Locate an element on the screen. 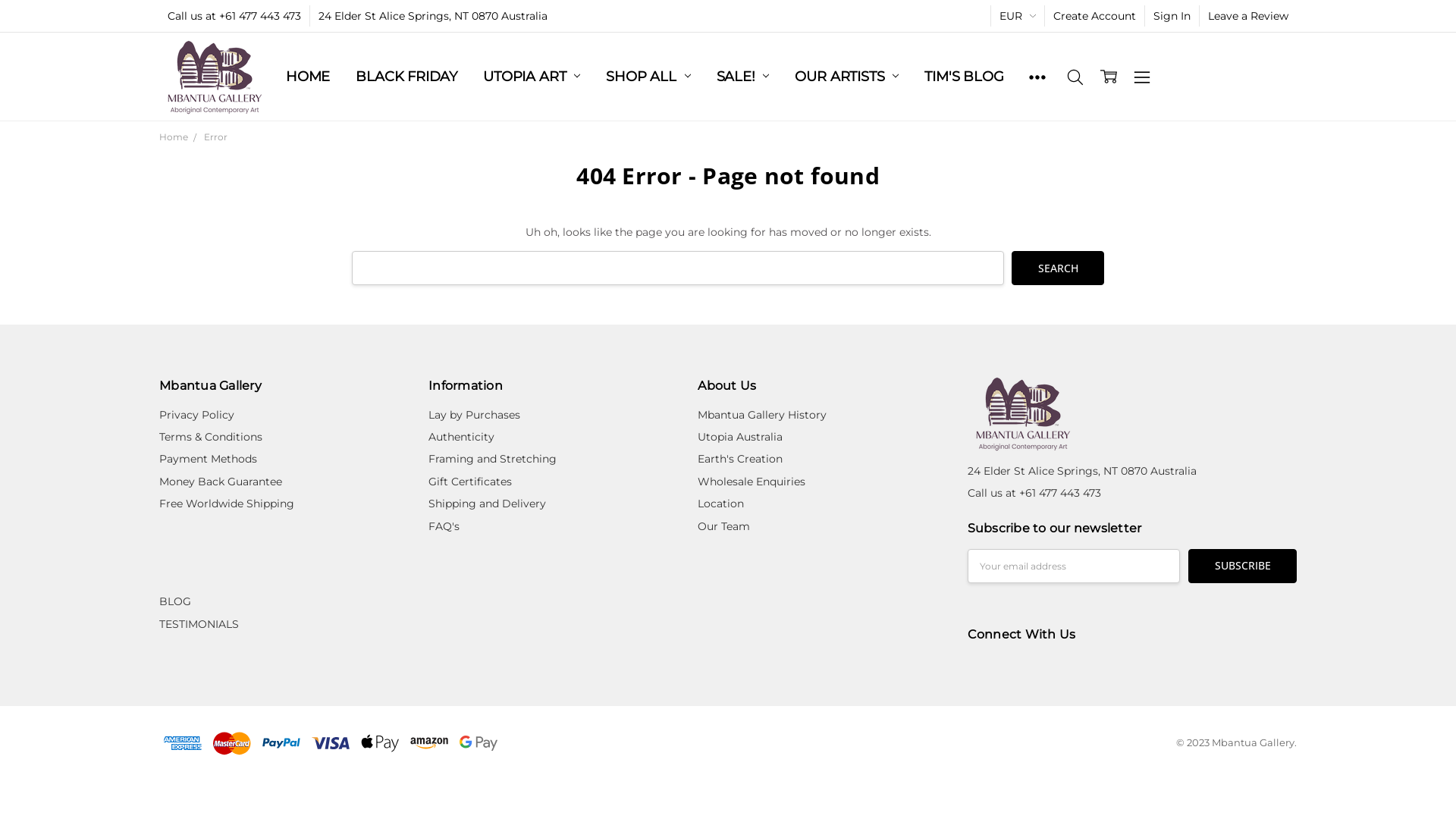 This screenshot has width=1456, height=819. 'Subscribe' is located at coordinates (1242, 566).